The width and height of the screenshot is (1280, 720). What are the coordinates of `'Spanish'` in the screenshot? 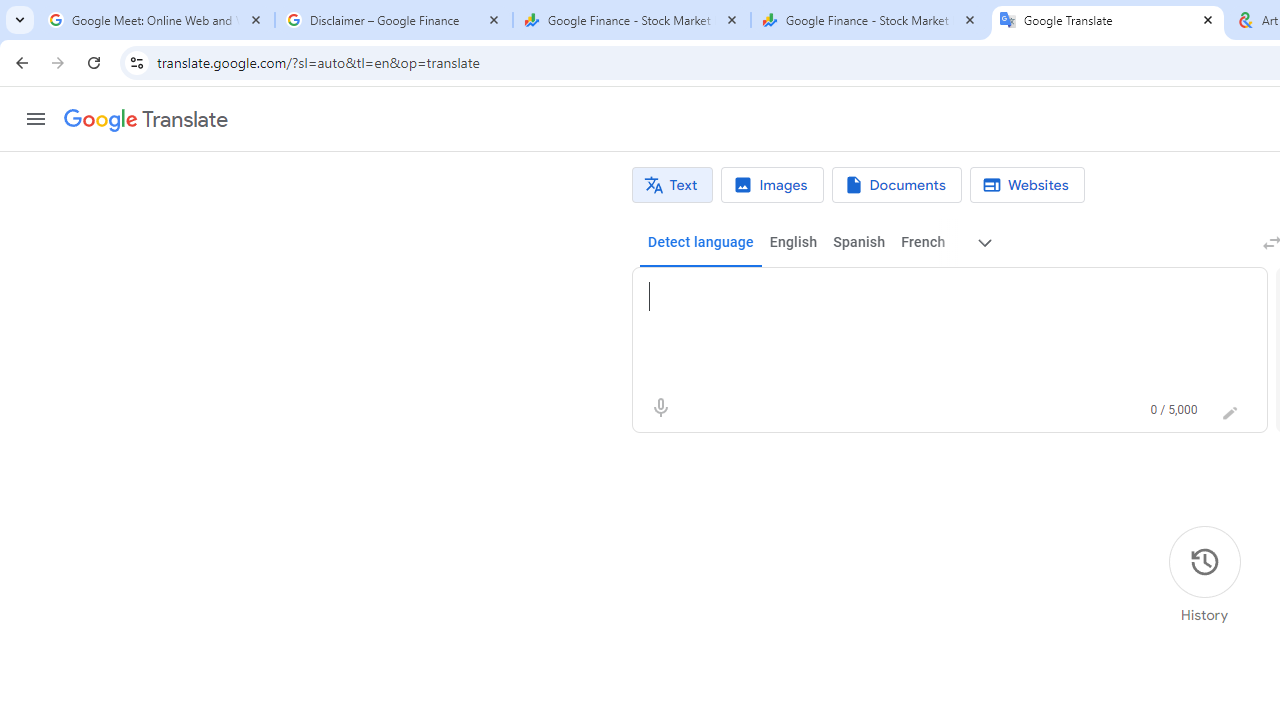 It's located at (858, 242).